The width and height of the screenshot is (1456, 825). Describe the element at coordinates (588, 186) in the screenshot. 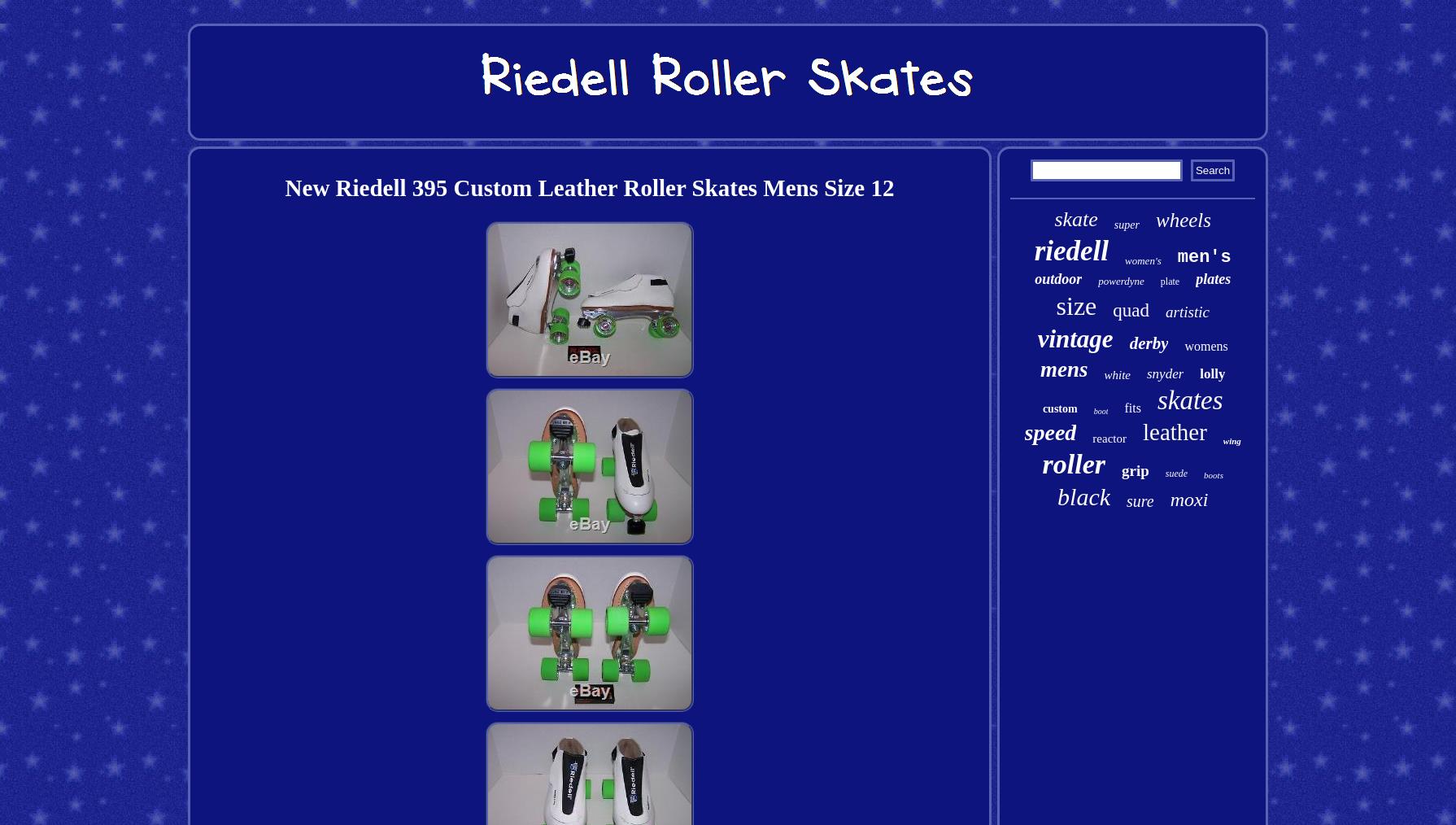

I see `'New Riedell 395 Custom Leather Roller Skates Mens Size 12'` at that location.